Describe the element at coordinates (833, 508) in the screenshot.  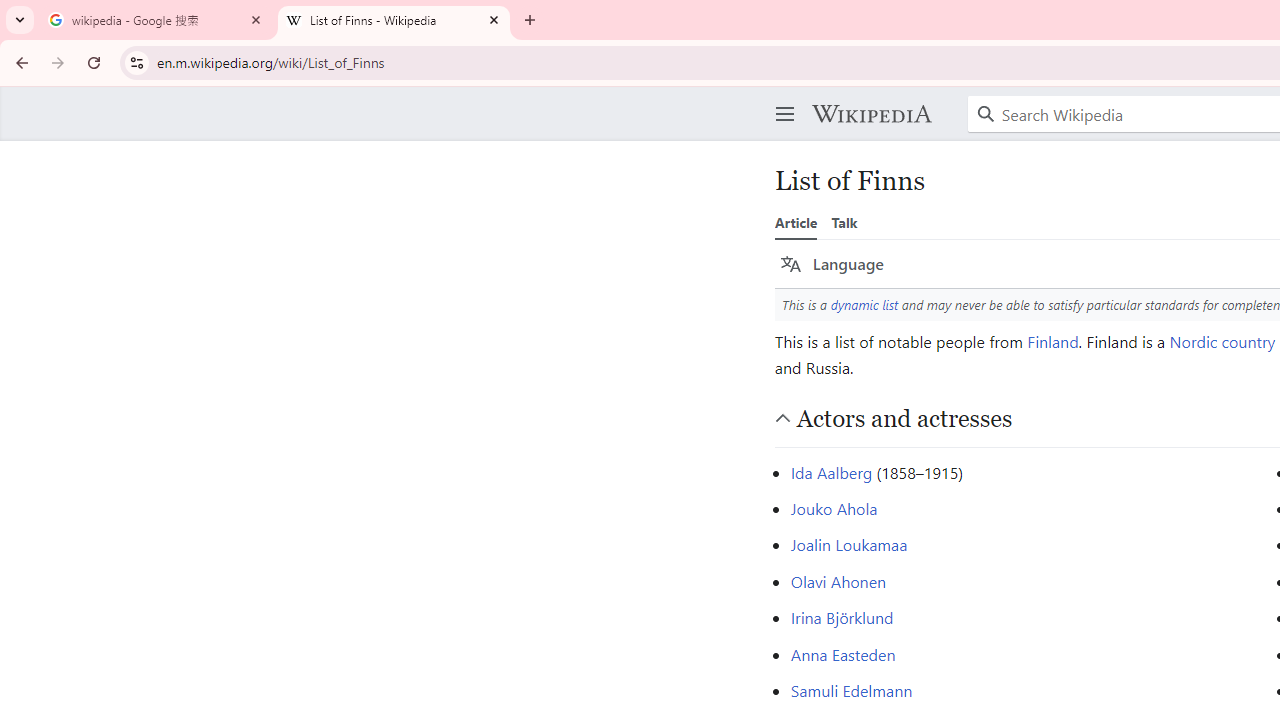
I see `'Jouko Ahola'` at that location.